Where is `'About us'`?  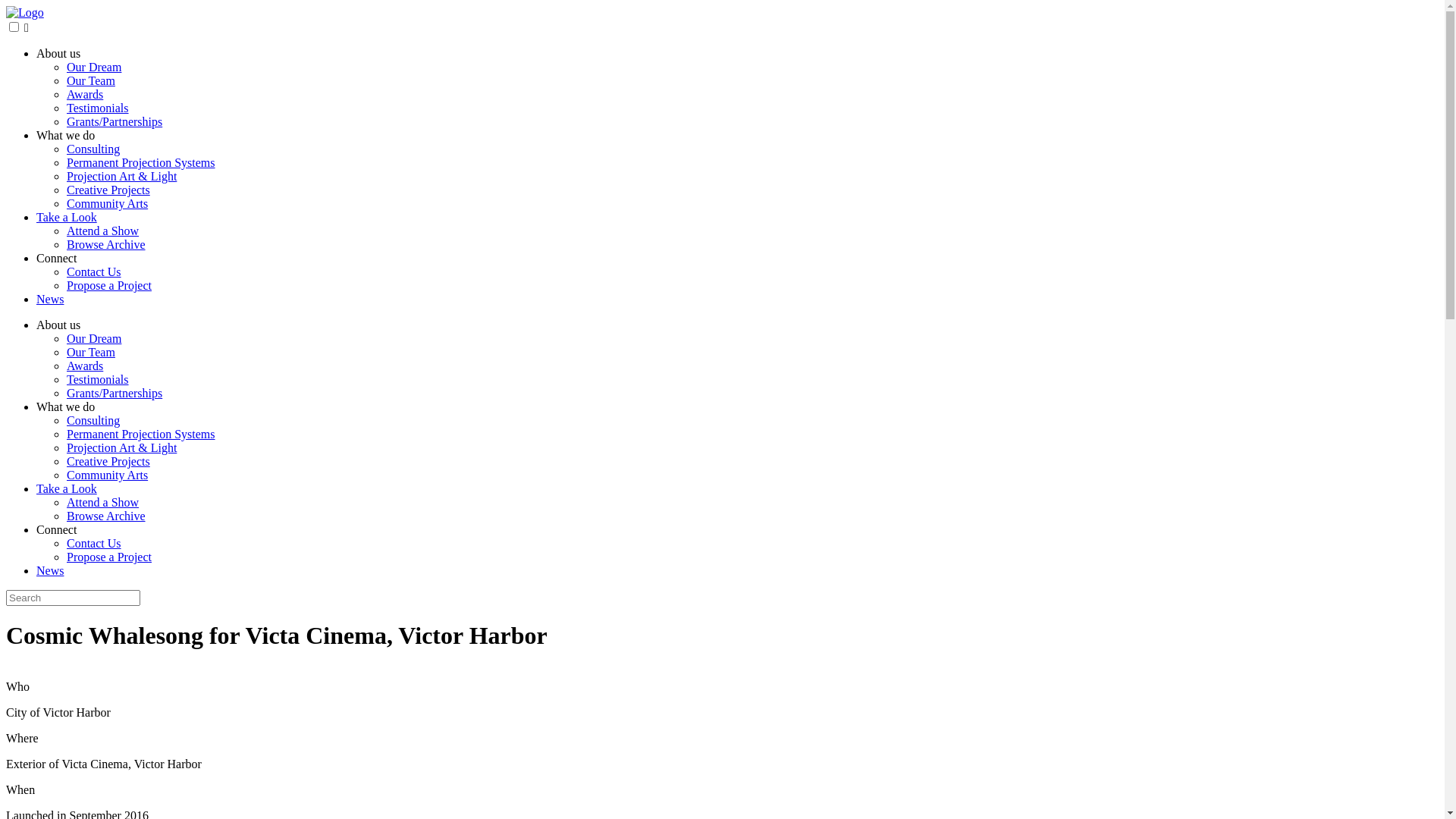
'About us' is located at coordinates (58, 324).